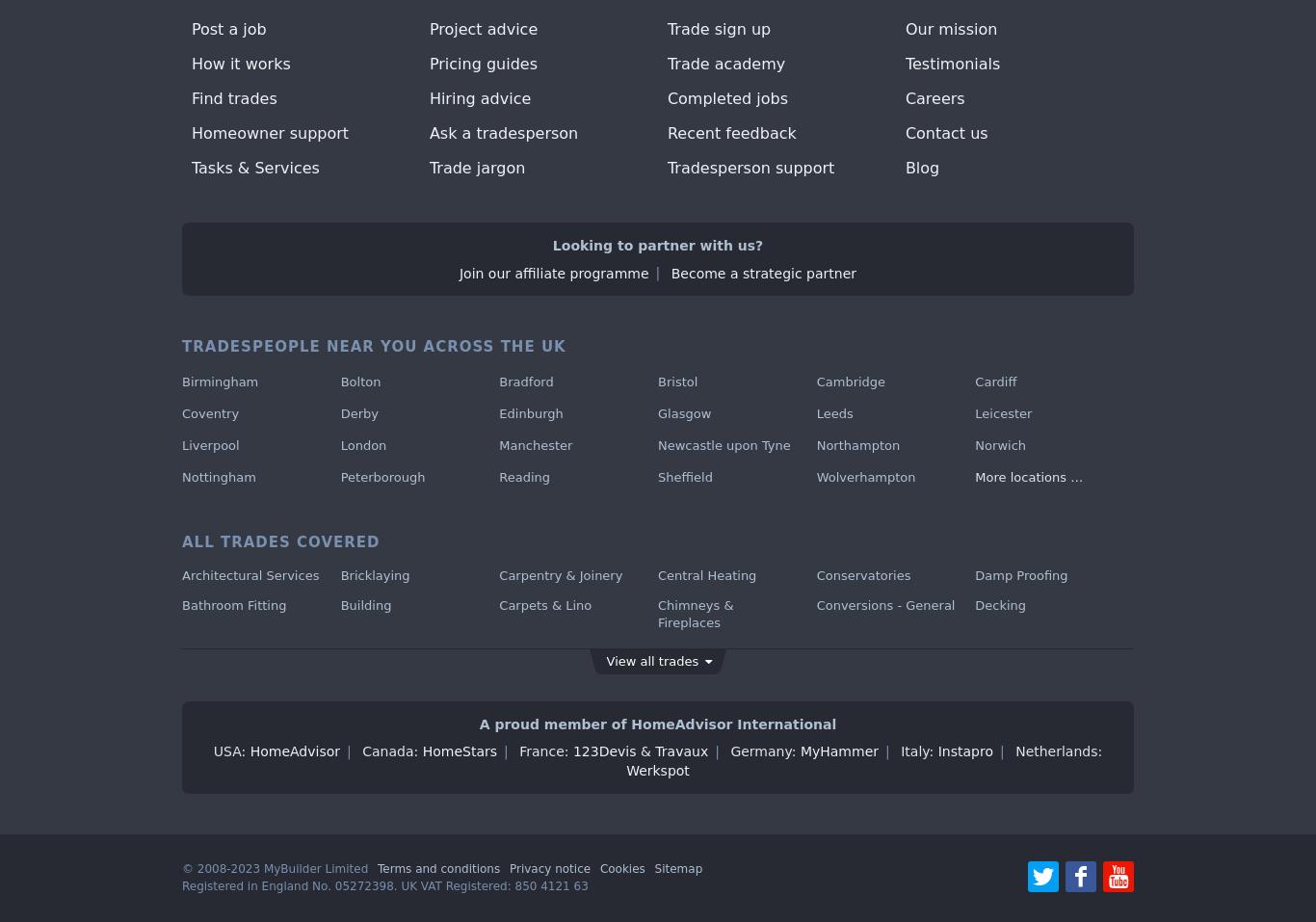 Image resolution: width=1316 pixels, height=922 pixels. I want to click on 'tradespeople near you across the UK', so click(372, 347).